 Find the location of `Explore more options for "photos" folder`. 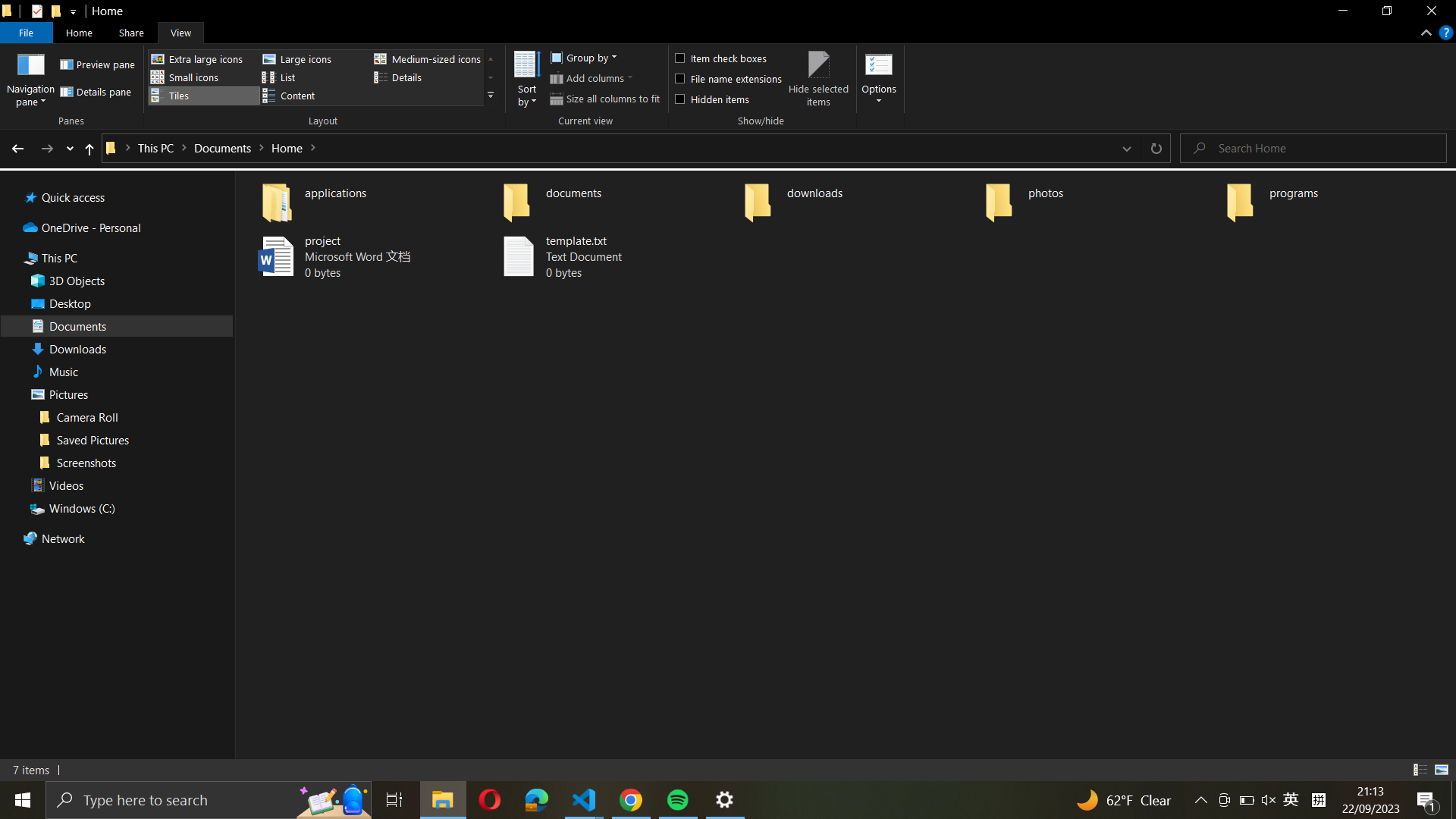

Explore more options for "photos" folder is located at coordinates (1099, 198).